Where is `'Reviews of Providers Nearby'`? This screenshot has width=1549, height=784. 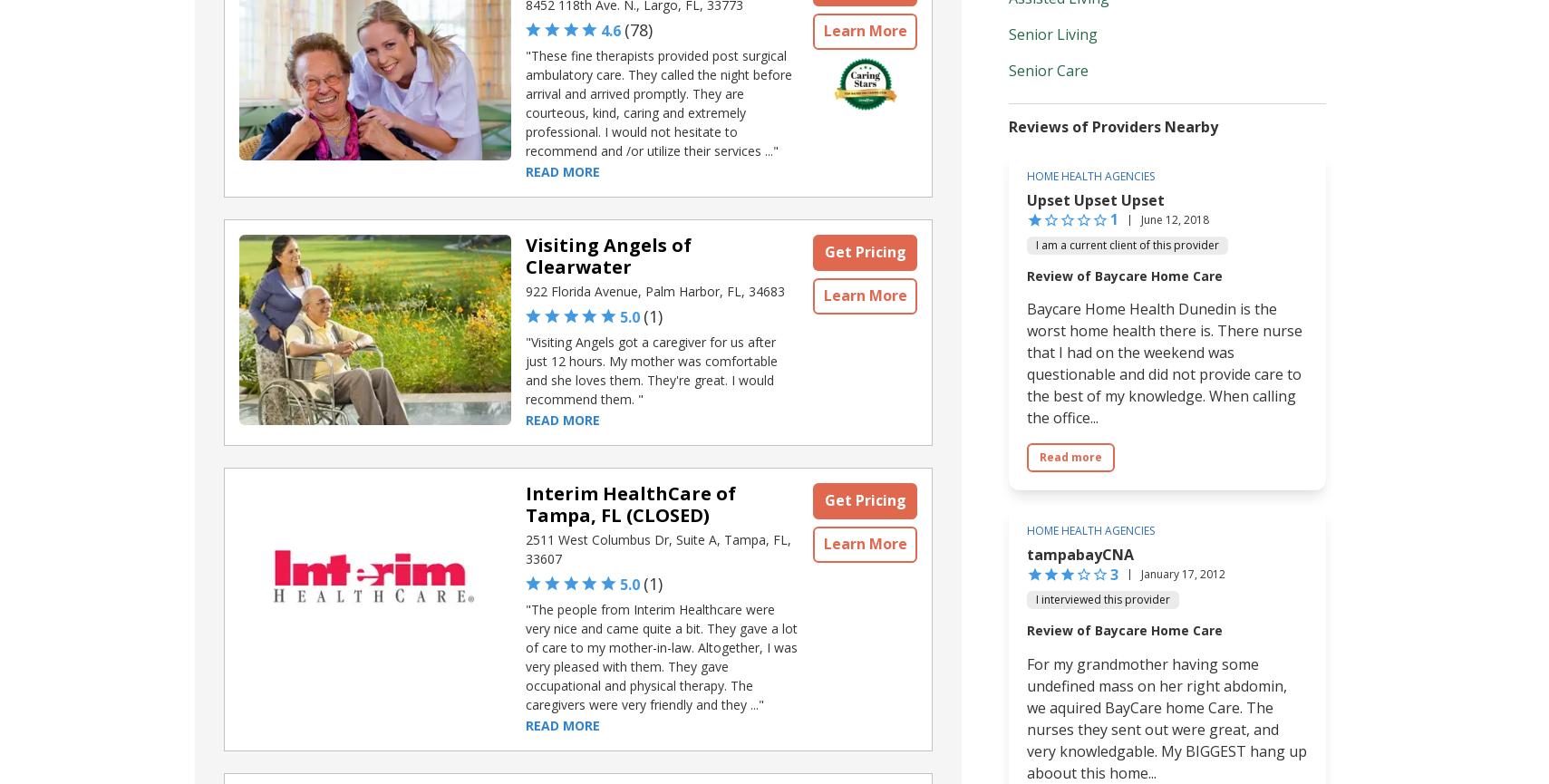 'Reviews of Providers Nearby' is located at coordinates (1009, 126).